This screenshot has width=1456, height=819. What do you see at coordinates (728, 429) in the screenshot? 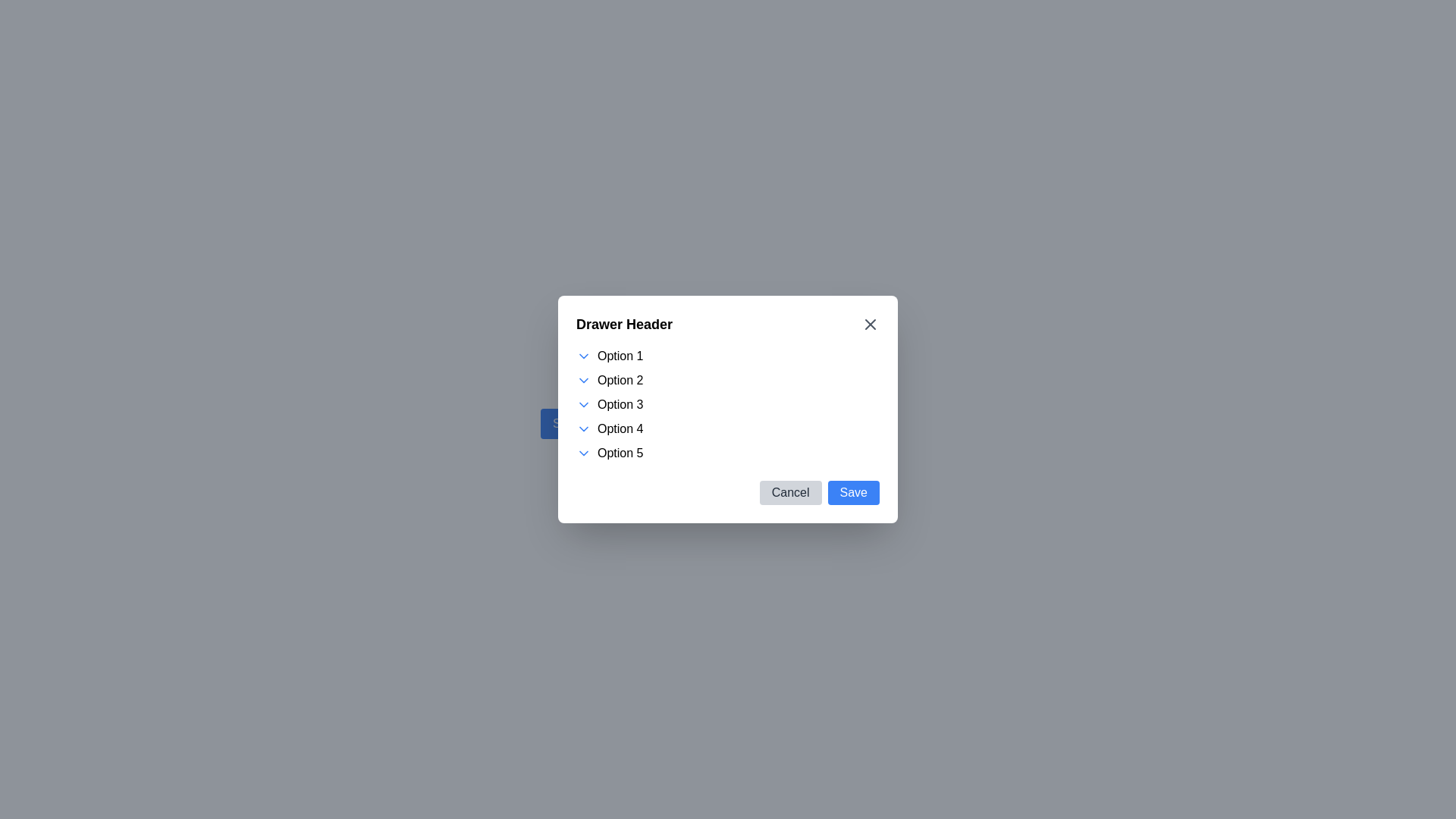
I see `the selectable list item labeled 'Option 4' to navigate through list items` at bounding box center [728, 429].